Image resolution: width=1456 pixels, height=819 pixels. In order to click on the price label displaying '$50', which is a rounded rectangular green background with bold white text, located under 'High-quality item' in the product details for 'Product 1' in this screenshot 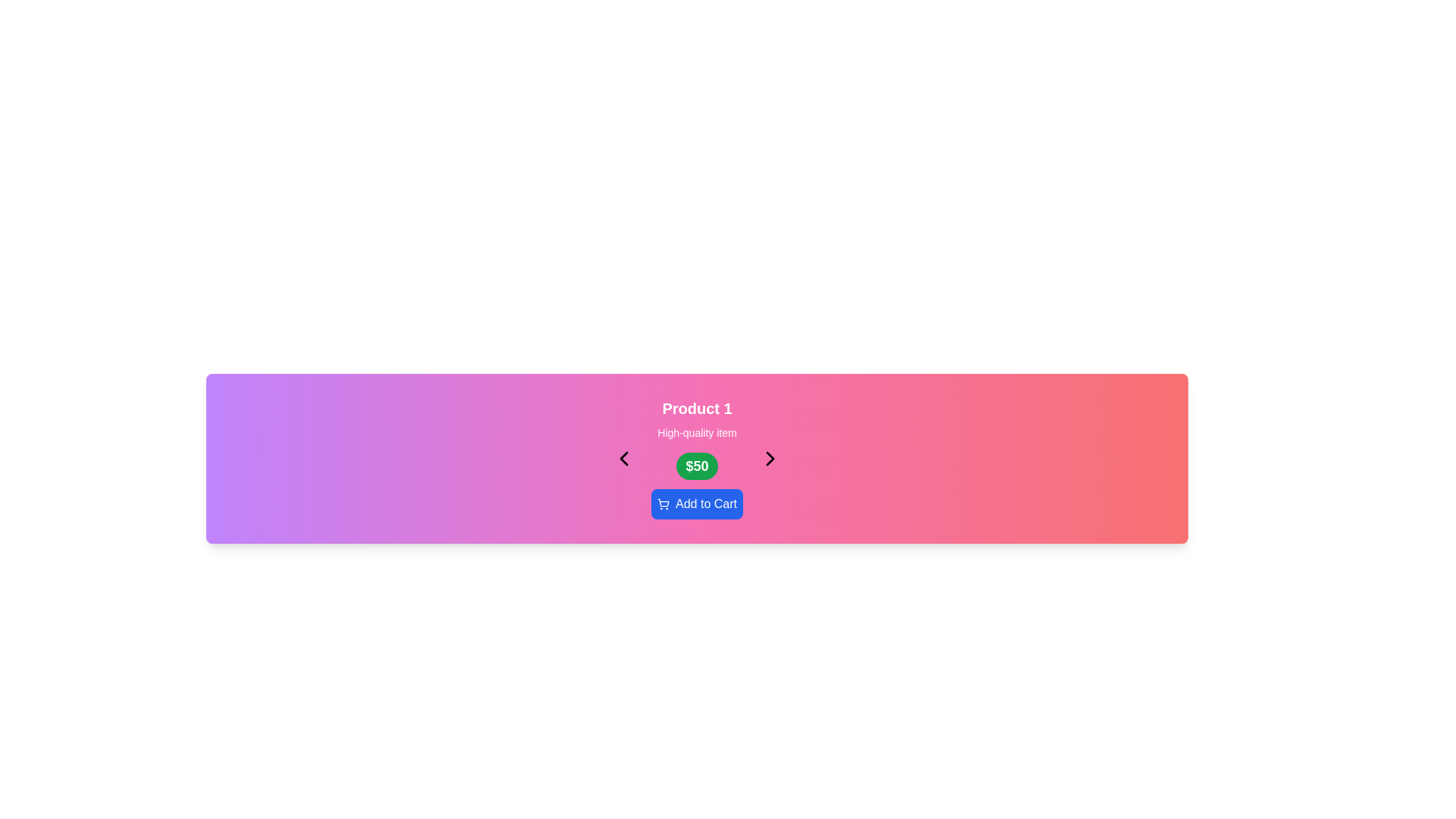, I will do `click(696, 465)`.